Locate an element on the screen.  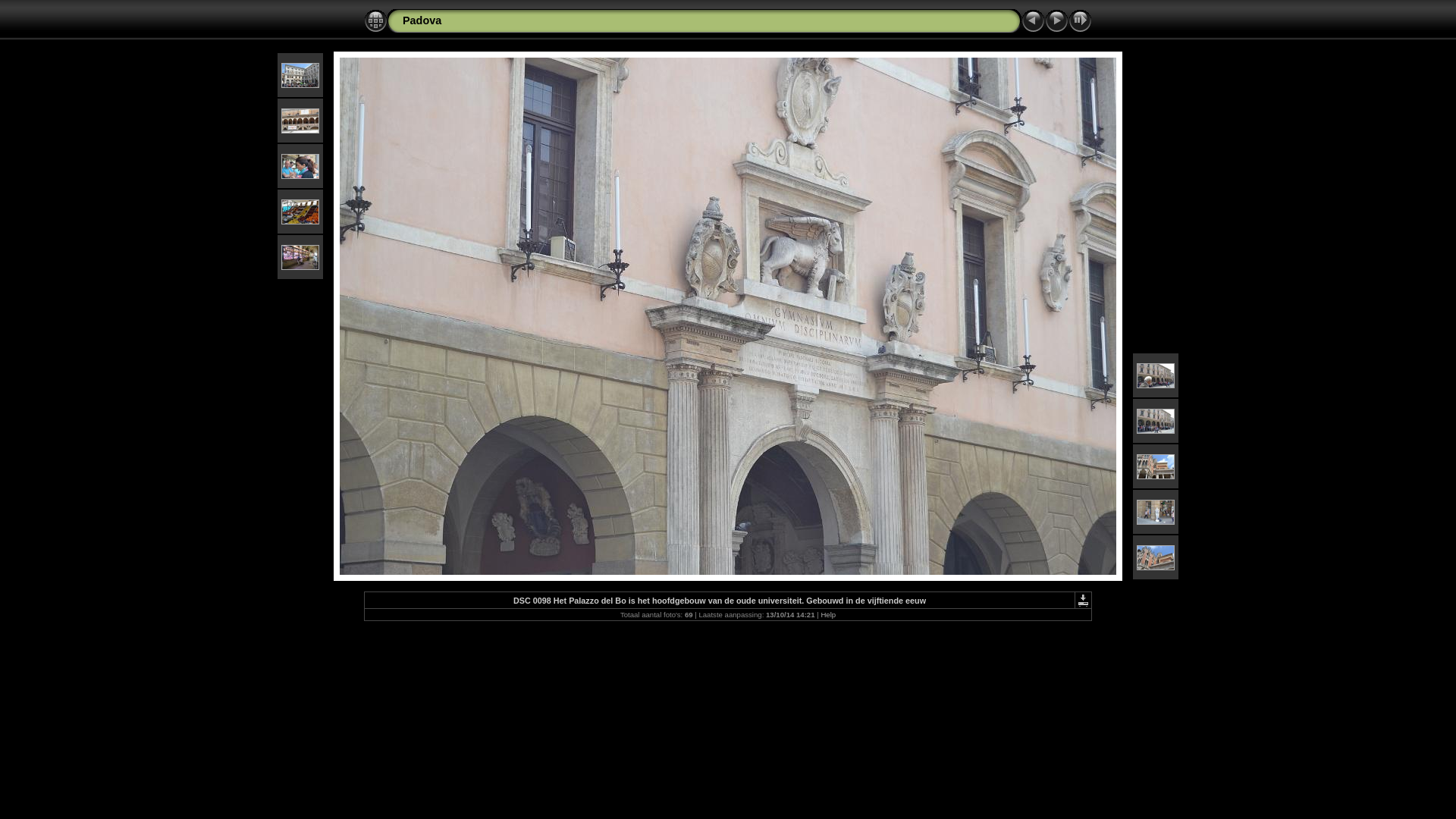
' Index pagina ' is located at coordinates (375, 20).